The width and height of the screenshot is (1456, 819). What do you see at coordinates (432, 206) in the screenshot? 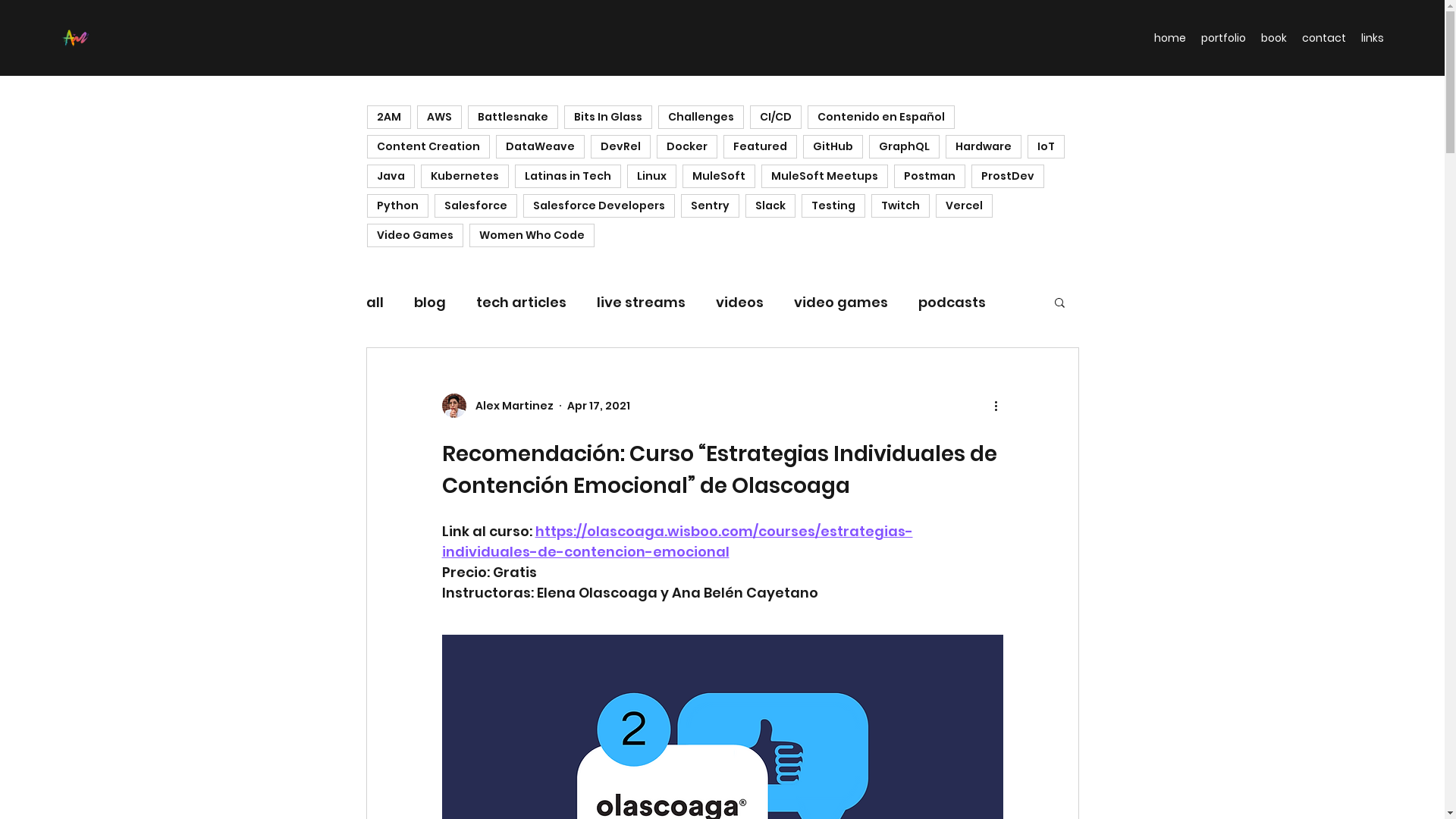
I see `'Salesforce'` at bounding box center [432, 206].